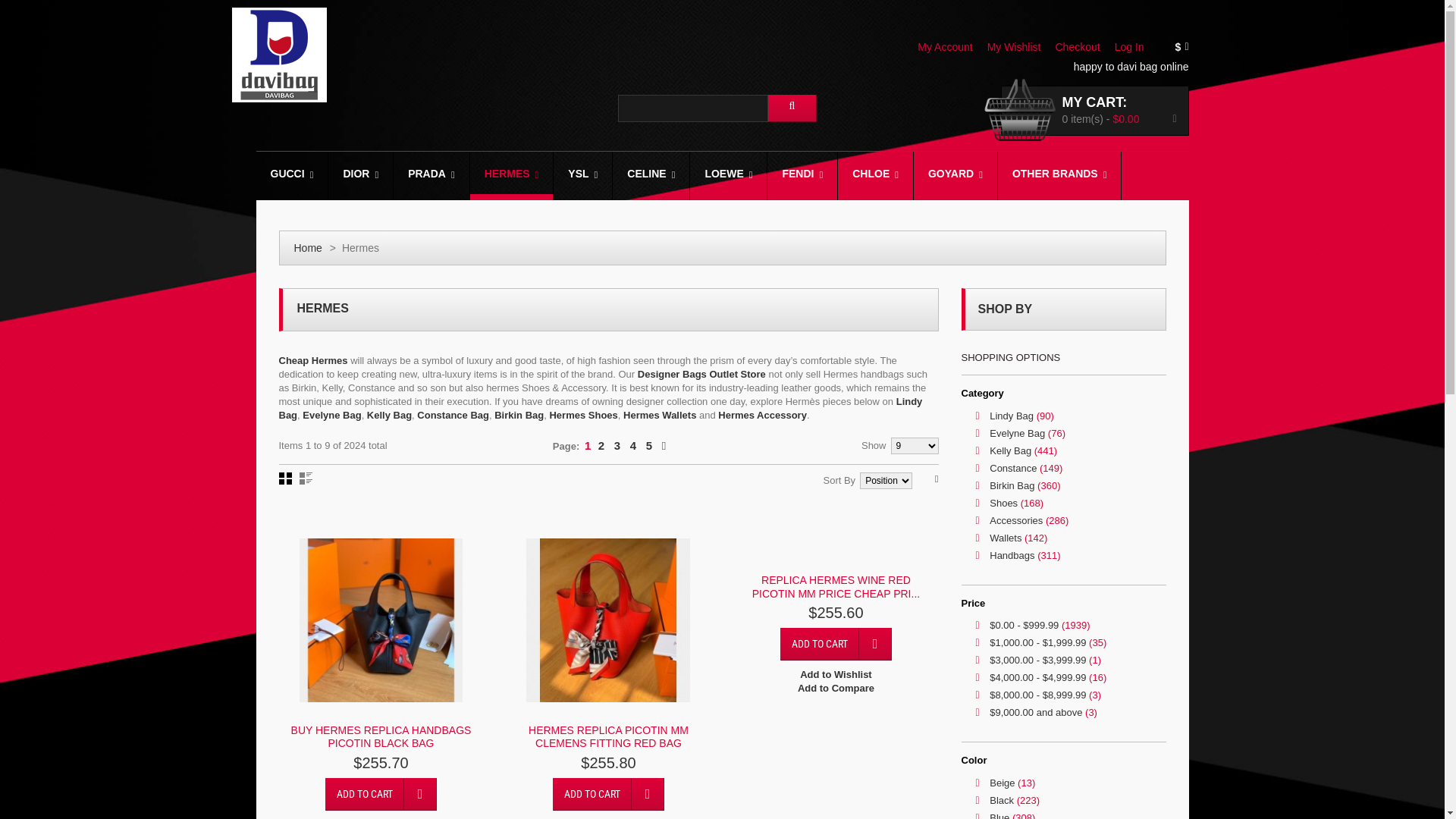 This screenshot has width=1456, height=819. What do you see at coordinates (936, 479) in the screenshot?
I see `'Set Descending Direction'` at bounding box center [936, 479].